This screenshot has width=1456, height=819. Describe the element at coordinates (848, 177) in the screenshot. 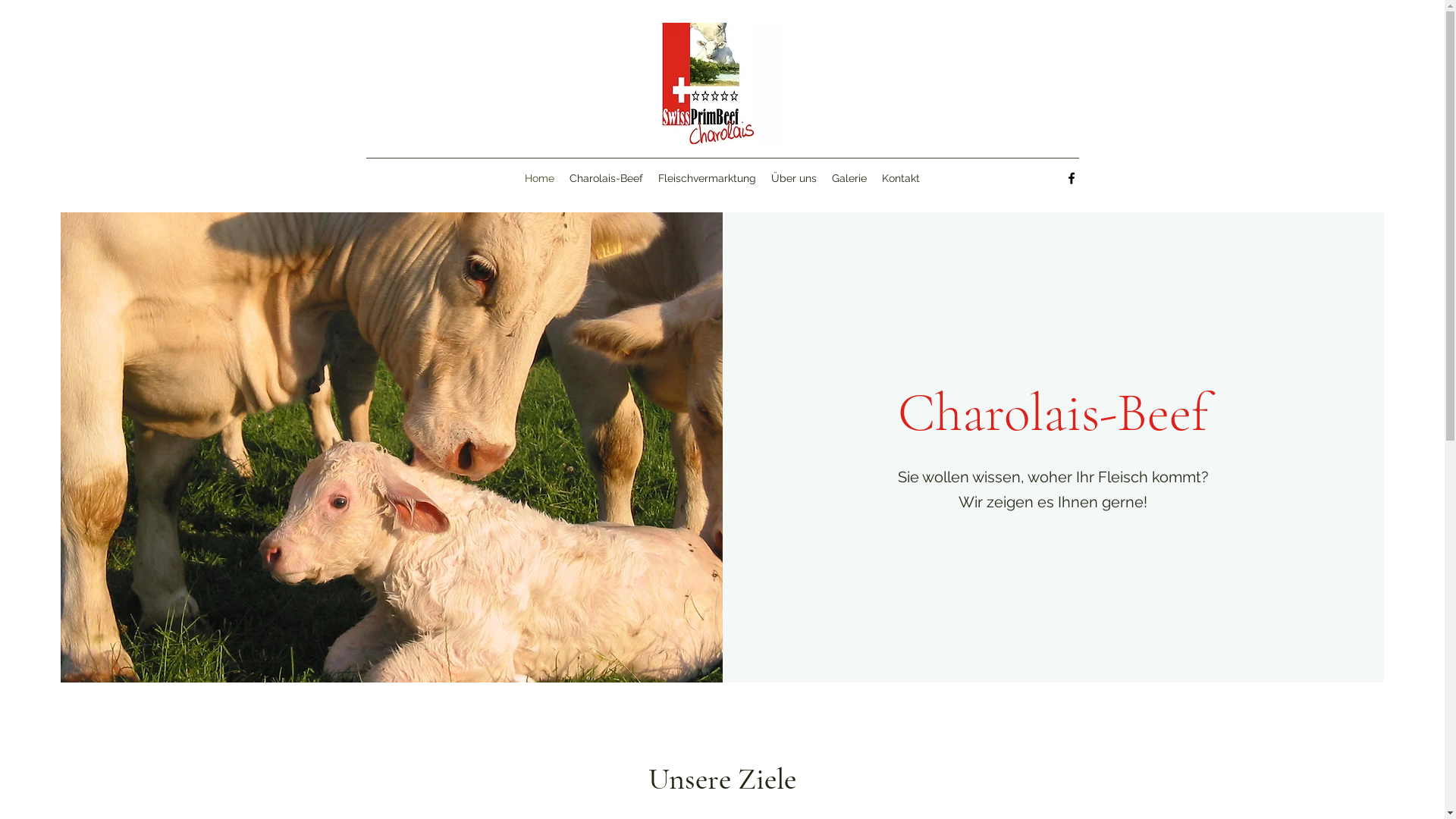

I see `'Galerie'` at that location.